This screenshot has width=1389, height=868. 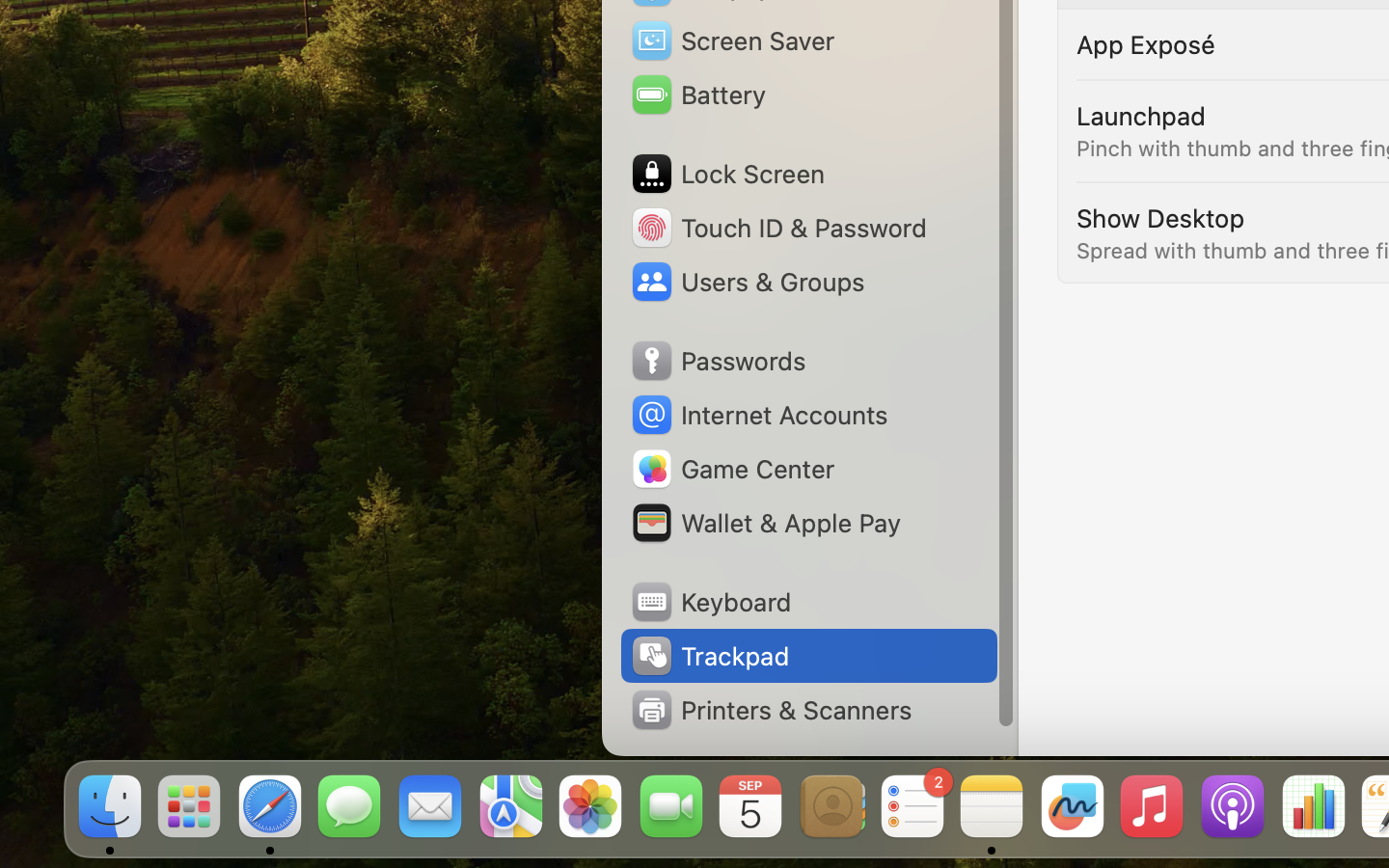 I want to click on 'App Exposé', so click(x=1146, y=42).